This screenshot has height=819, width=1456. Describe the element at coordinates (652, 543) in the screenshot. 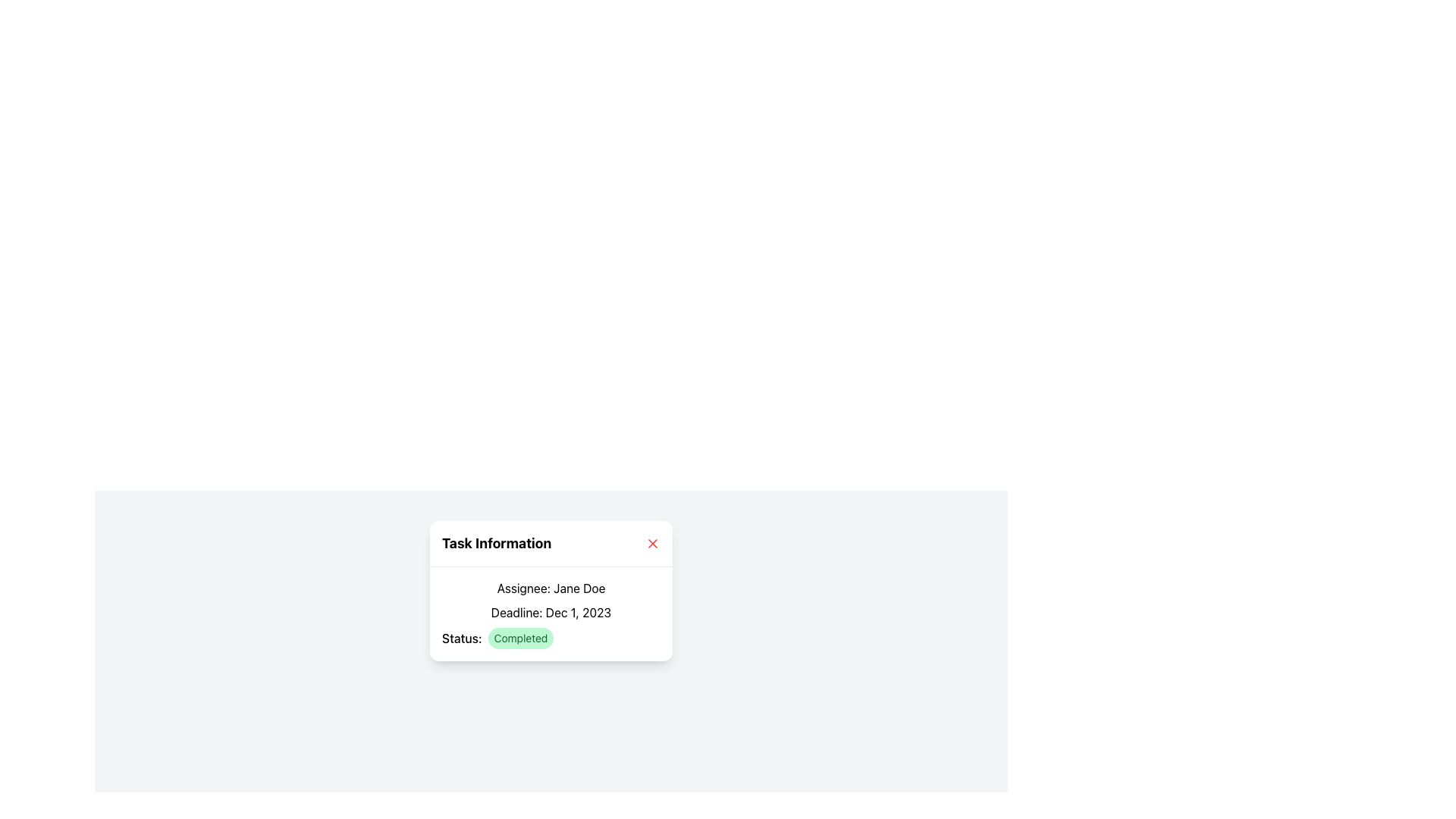

I see `the red cross icon in the top-right corner of the 'Task Information' card` at that location.